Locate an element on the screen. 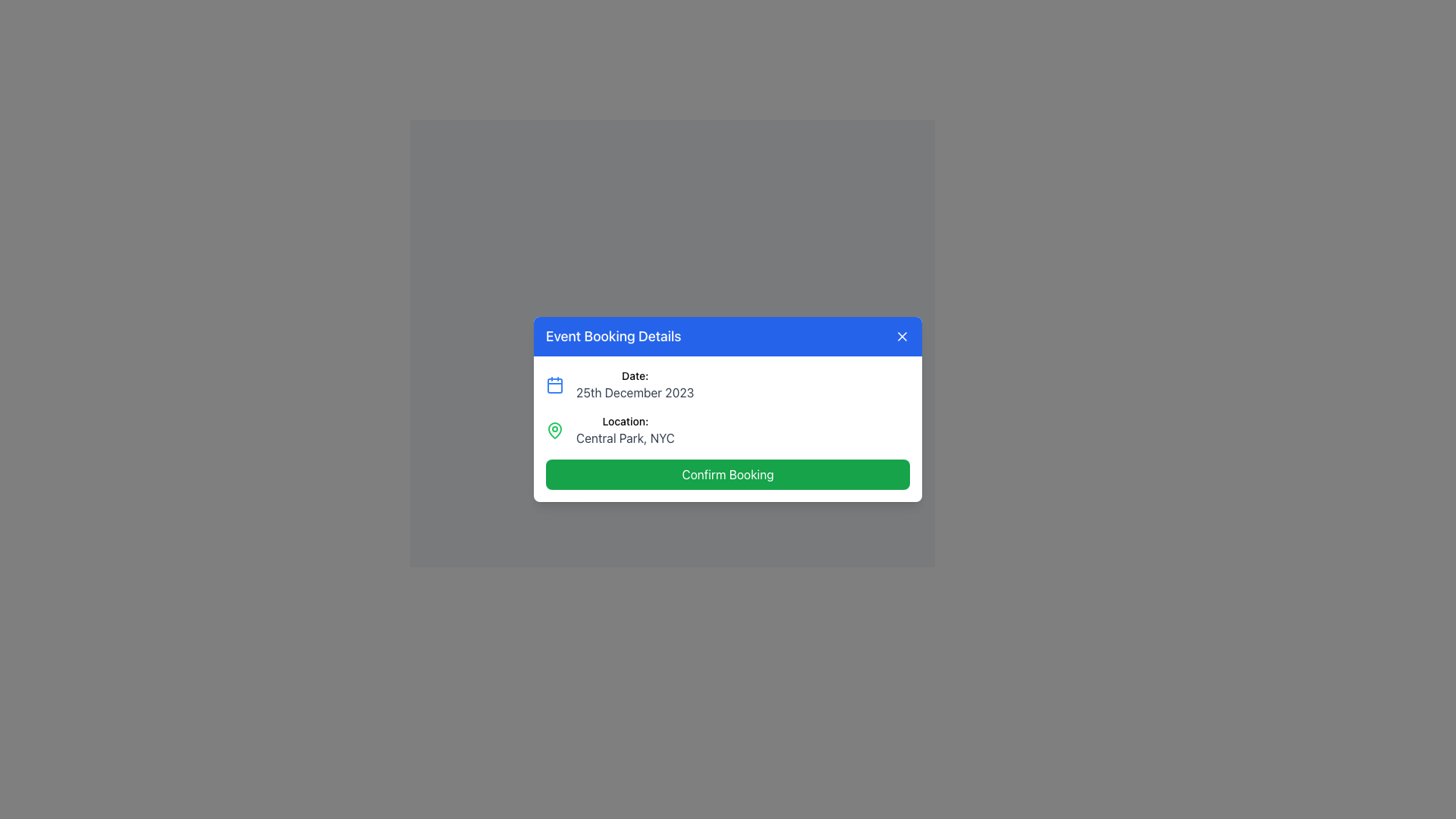 The image size is (1456, 819). the confirm booking button located at the bottom of the 'Event Booking Details' modal to observe hover effects is located at coordinates (728, 473).